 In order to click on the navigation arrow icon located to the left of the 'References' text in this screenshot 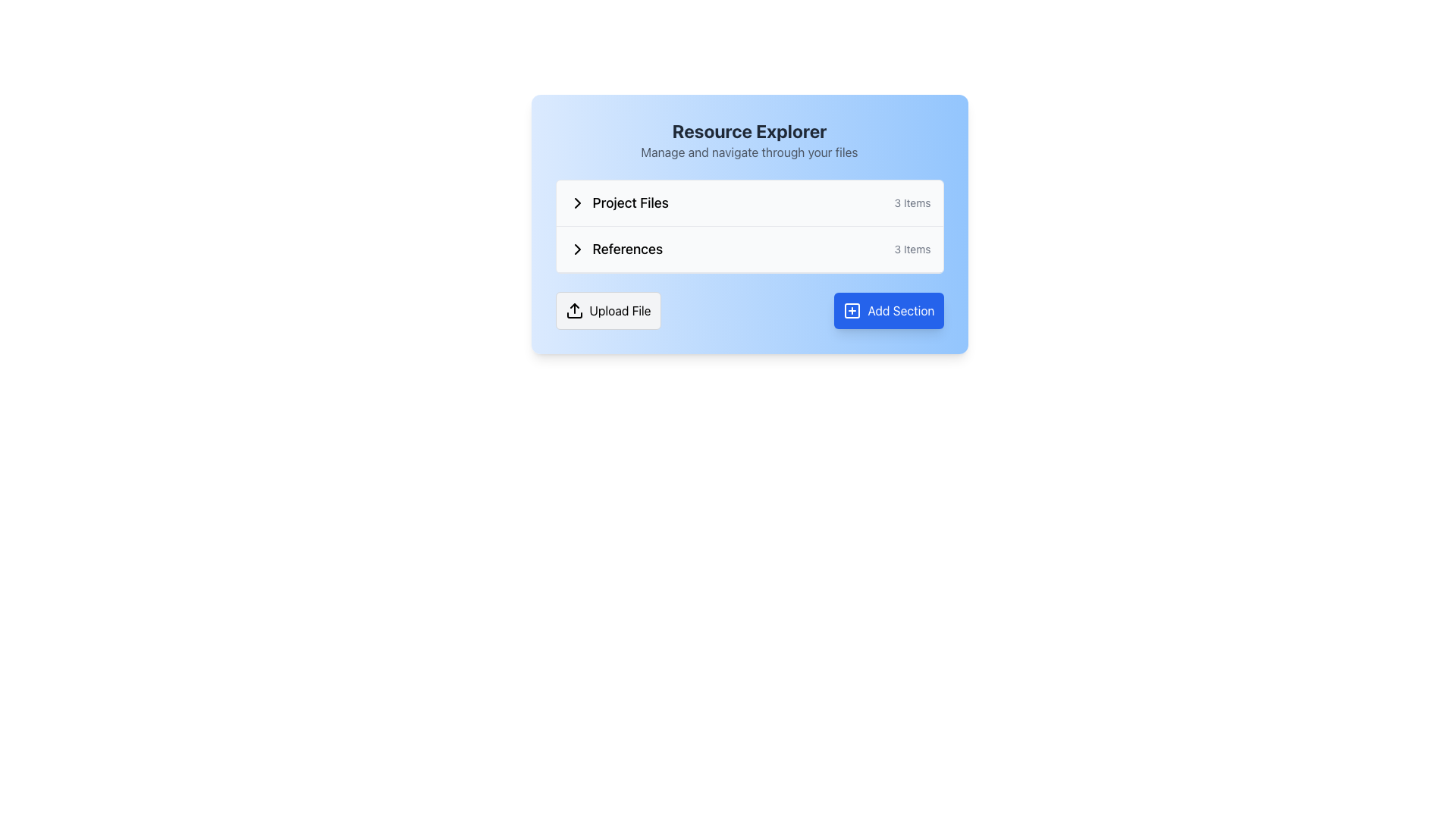, I will do `click(576, 248)`.